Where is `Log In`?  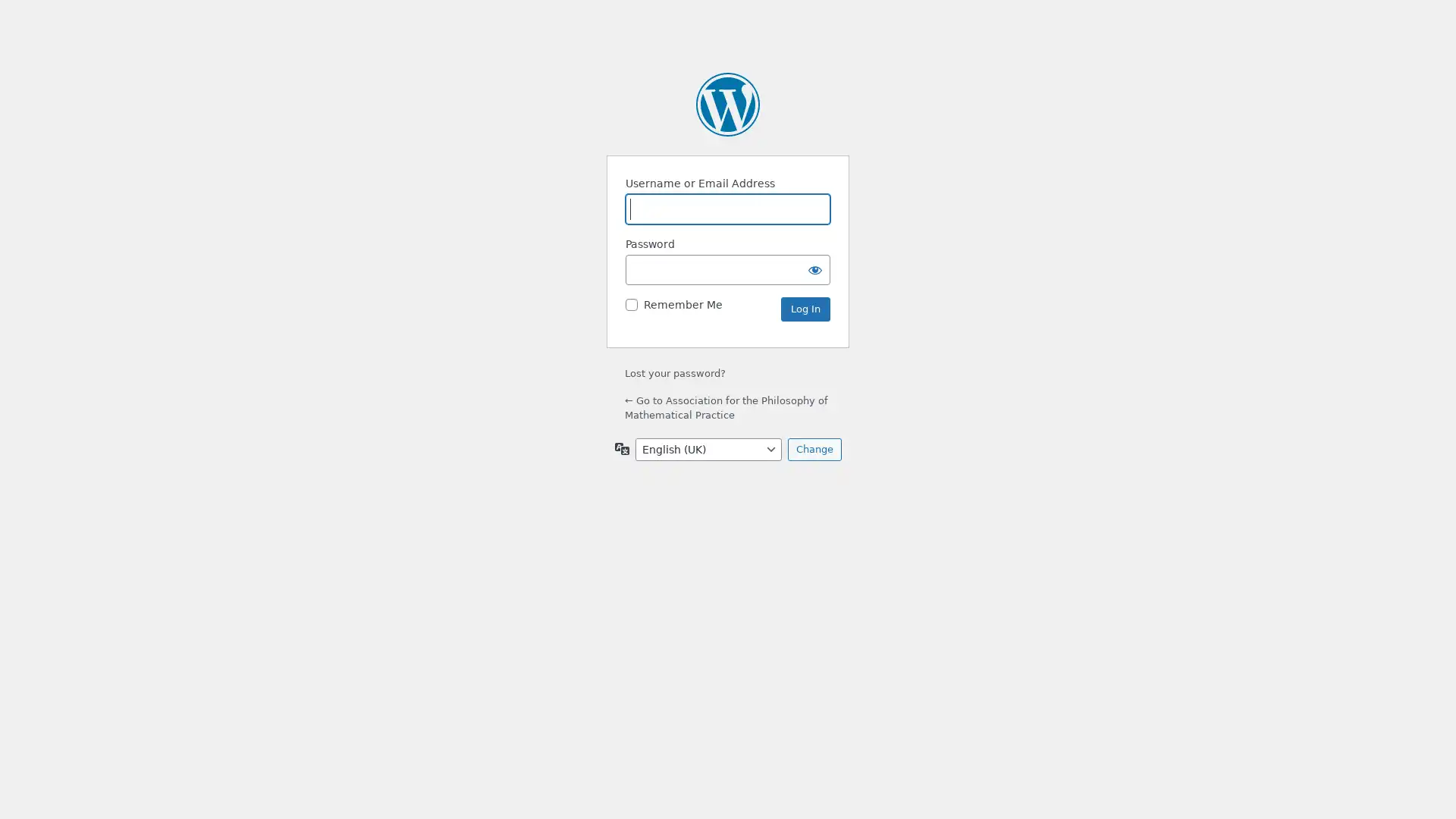 Log In is located at coordinates (805, 309).